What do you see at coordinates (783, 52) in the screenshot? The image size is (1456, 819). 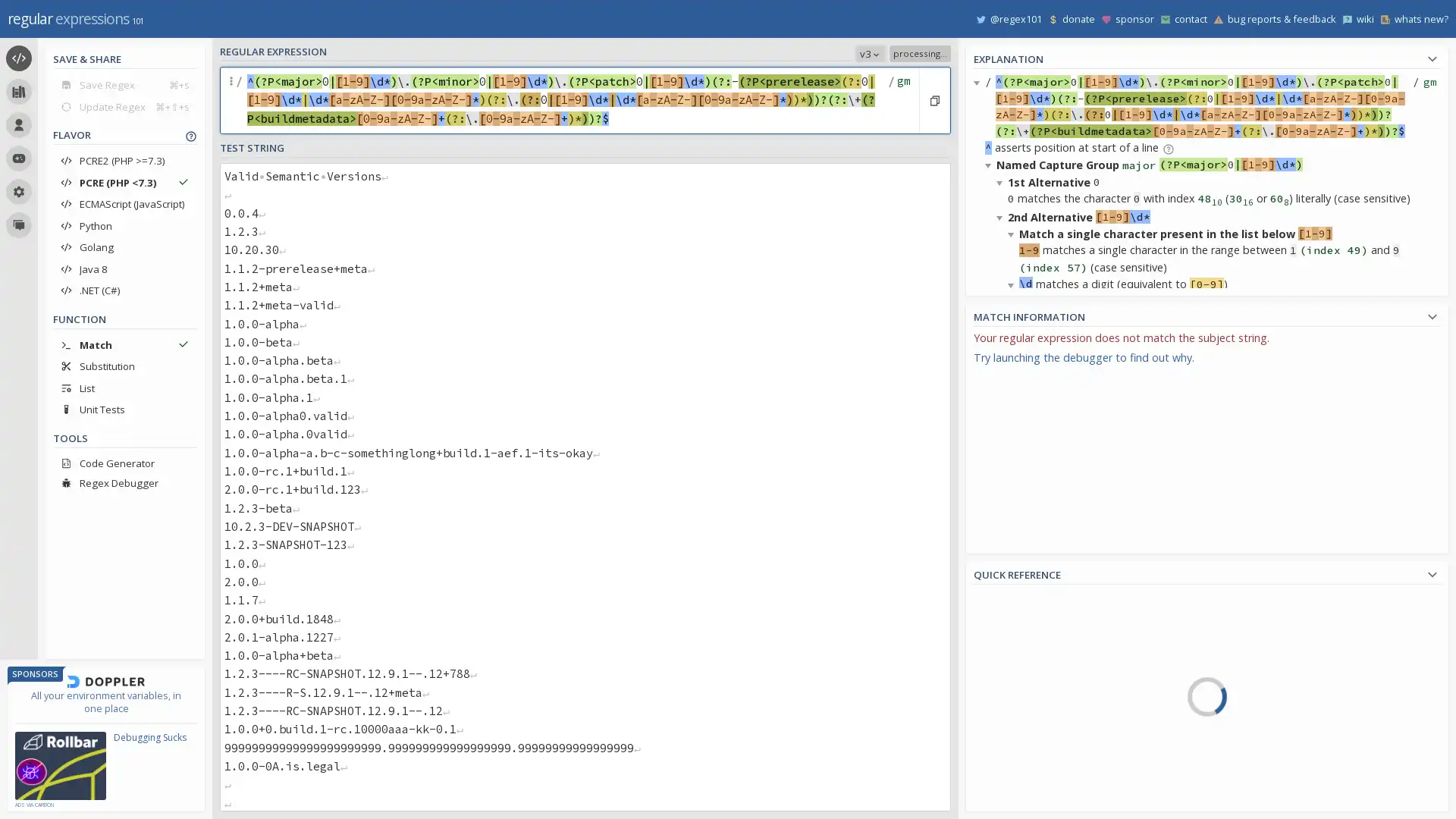 I see `Select Regex Version` at bounding box center [783, 52].